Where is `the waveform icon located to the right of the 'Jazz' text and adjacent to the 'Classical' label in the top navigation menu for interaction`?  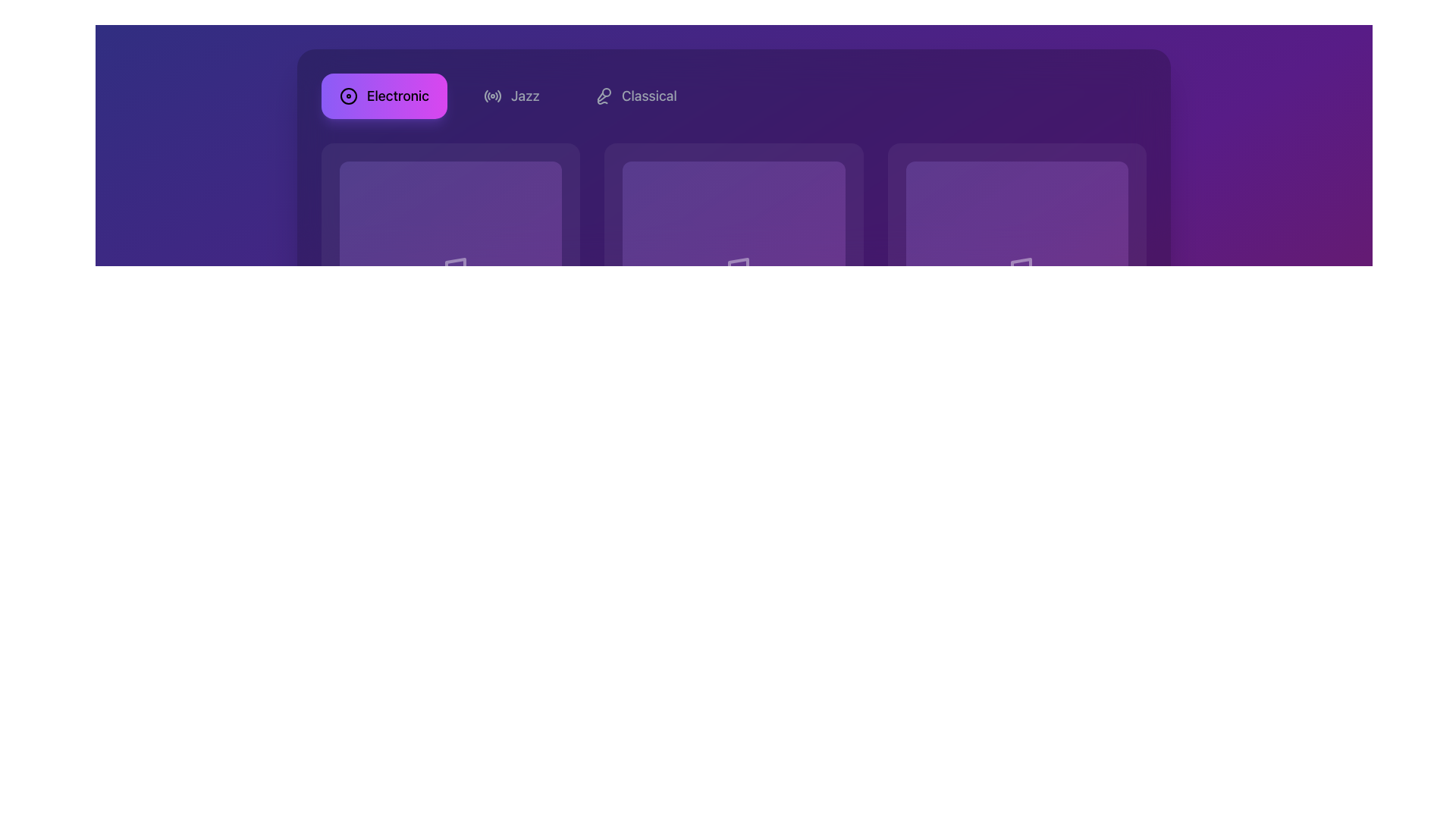
the waveform icon located to the right of the 'Jazz' text and adjacent to the 'Classical' label in the top navigation menu for interaction is located at coordinates (601, 96).